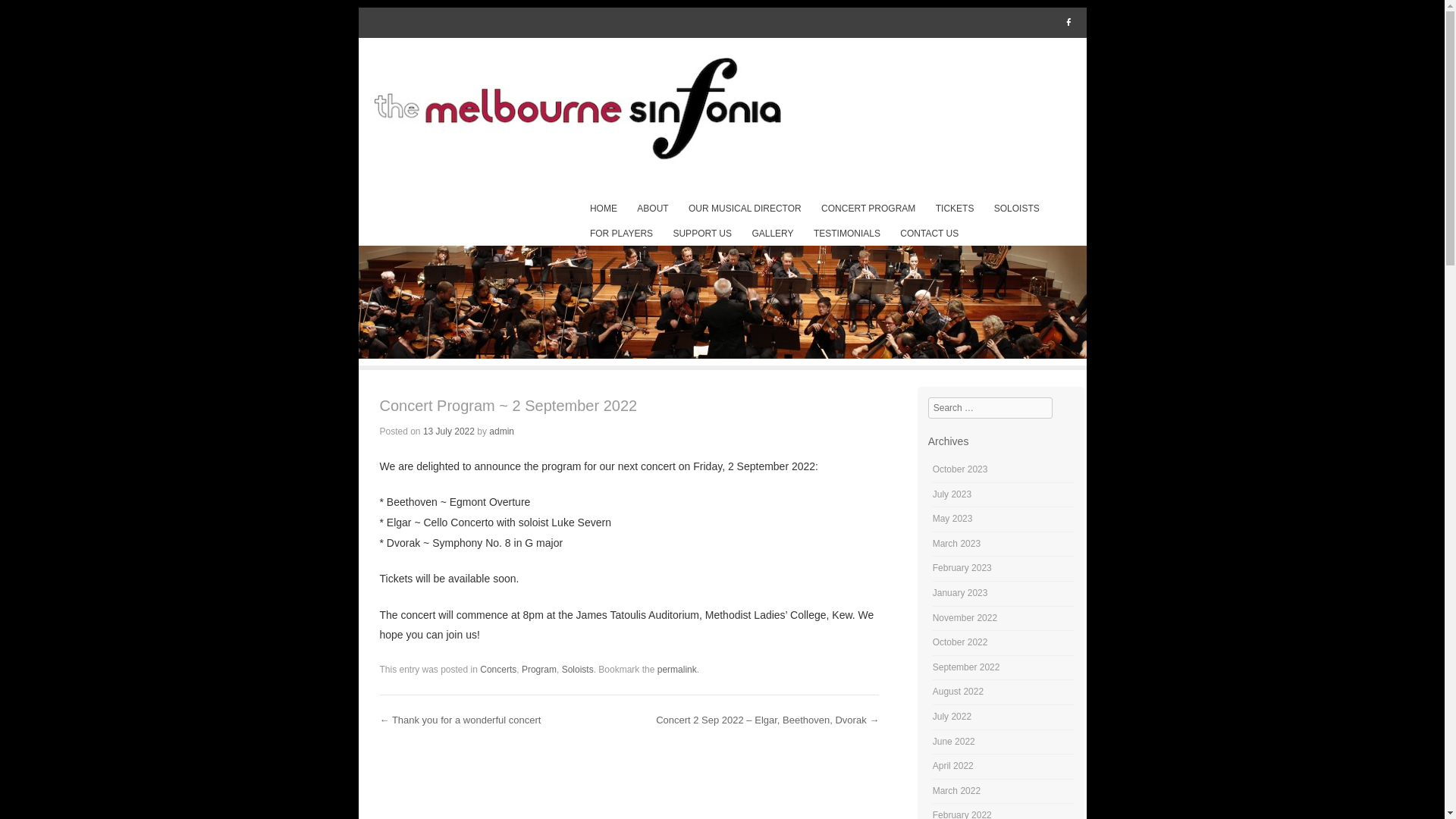  Describe the element at coordinates (955, 543) in the screenshot. I see `'March 2023'` at that location.